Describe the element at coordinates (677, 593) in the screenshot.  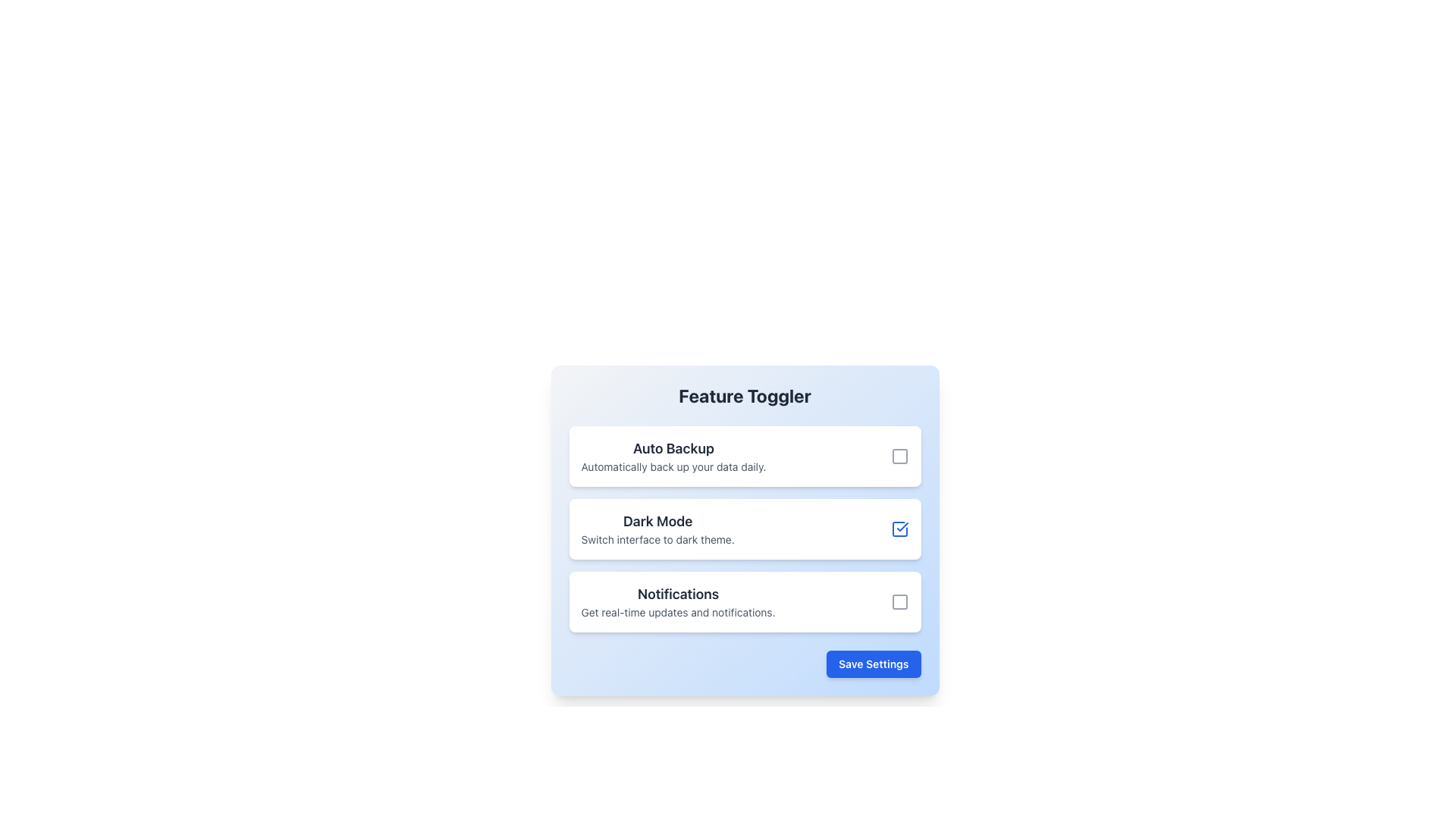
I see `text label that serves as the header for the 'Notifications' toggle feature, located centrally in the third card of the toggle features list, above the descriptive text 'Get real-time updates and notifications.'` at that location.